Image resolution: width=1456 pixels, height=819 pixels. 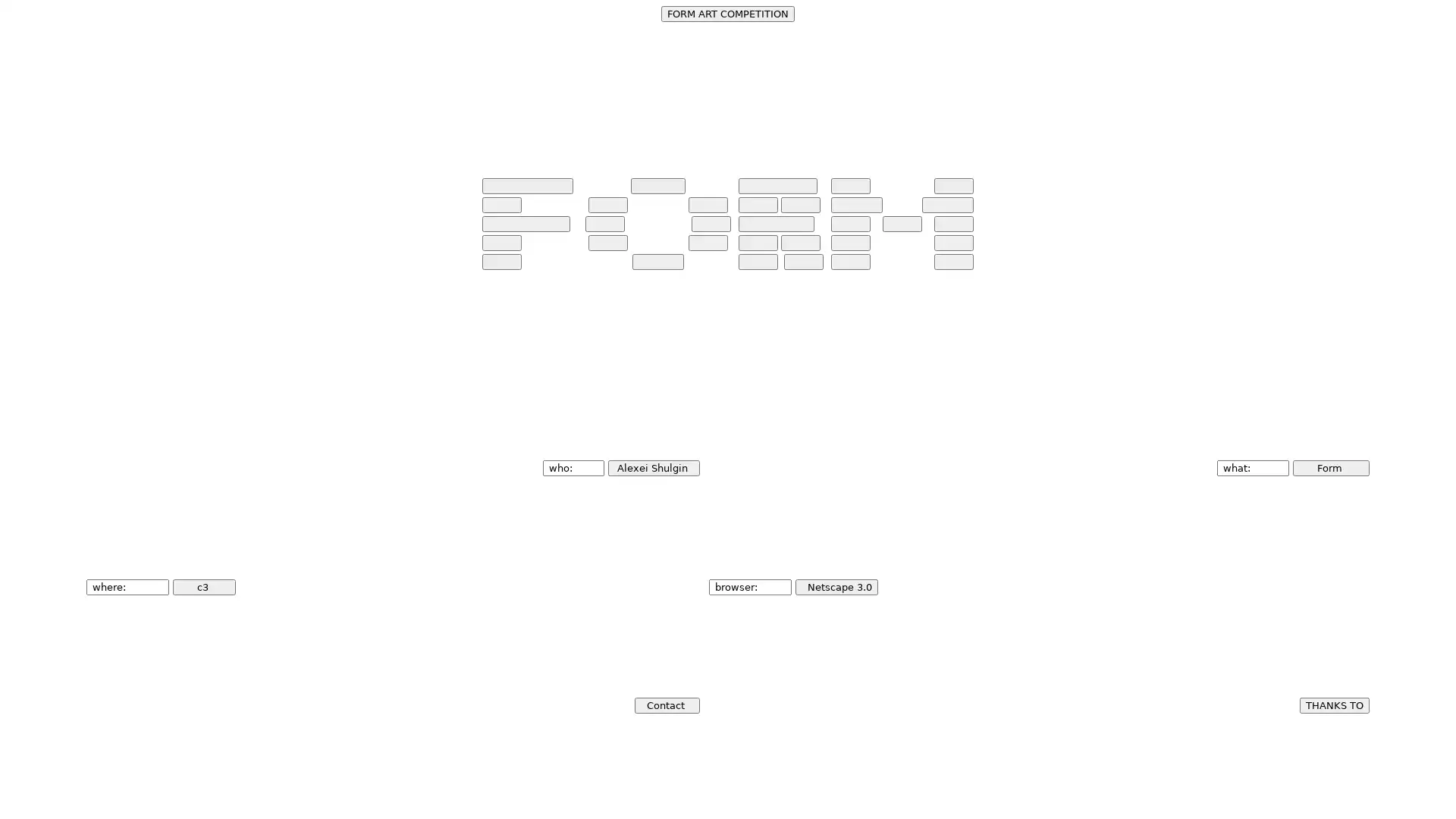 What do you see at coordinates (1329, 467) in the screenshot?
I see `Form` at bounding box center [1329, 467].